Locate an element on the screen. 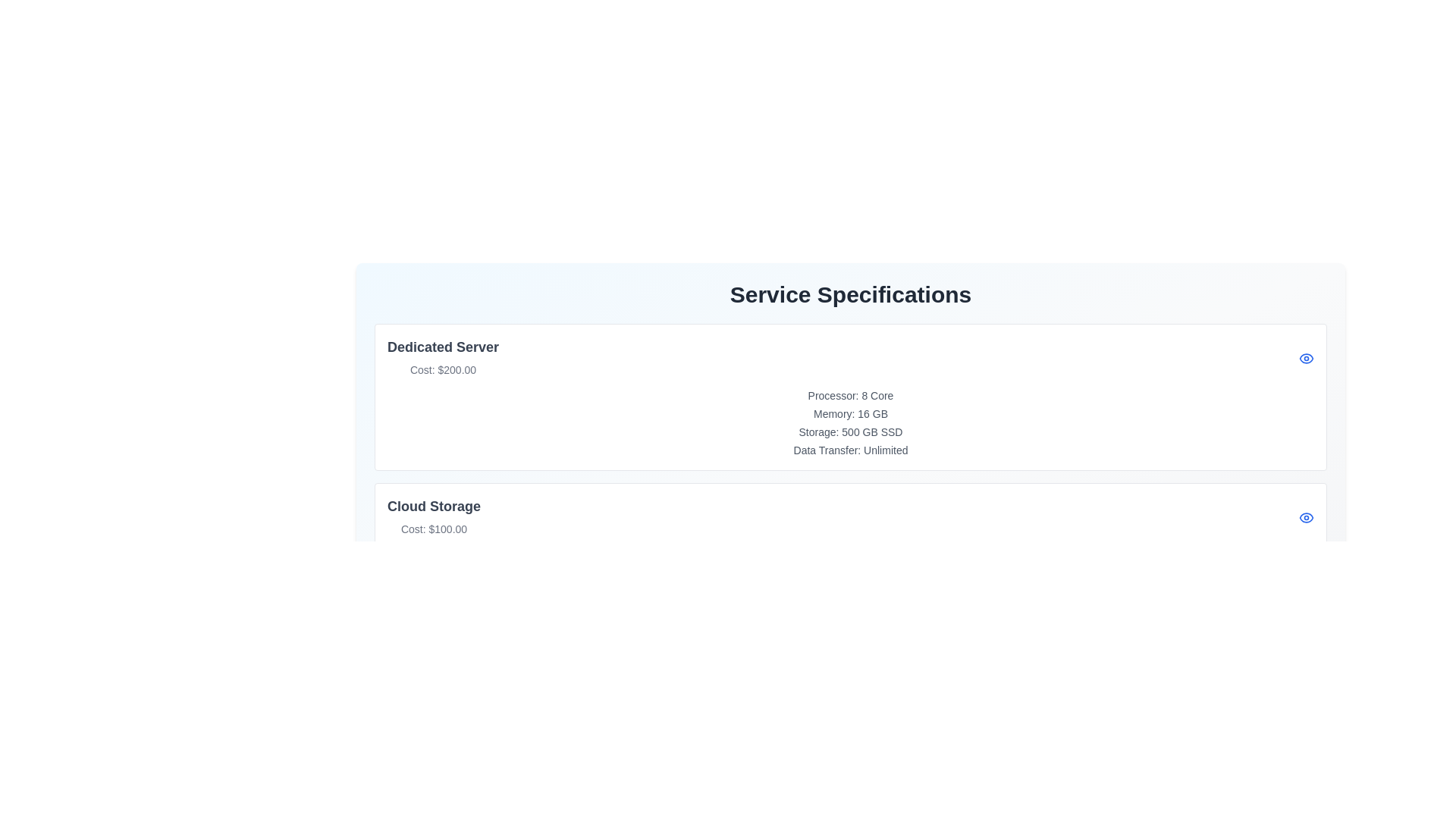 The height and width of the screenshot is (819, 1456). the eye-shaped icon in the 'Dedicated Server' section to receive more information about visibility features is located at coordinates (1306, 357).